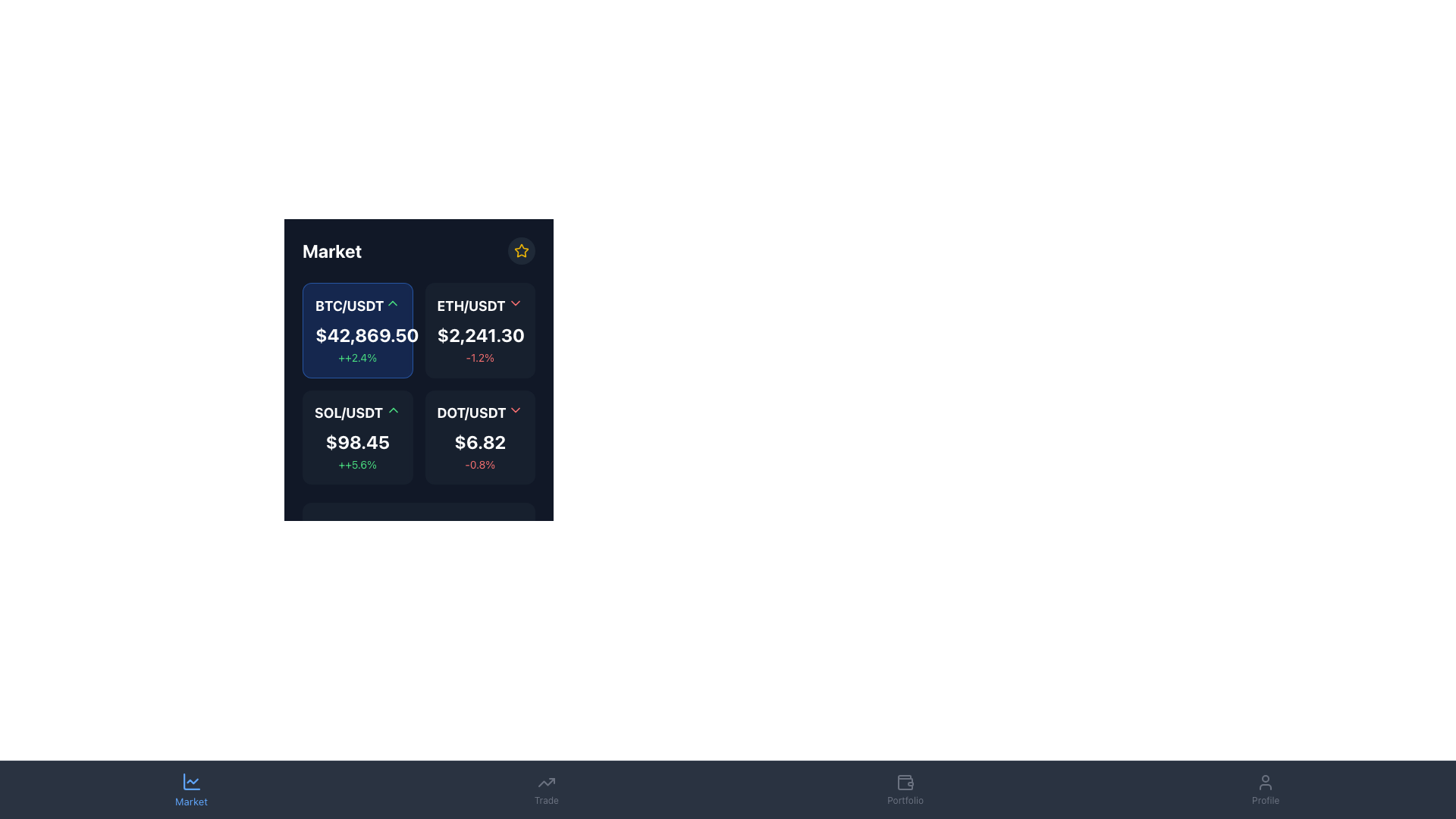  Describe the element at coordinates (479, 334) in the screenshot. I see `the text label displaying the monetary value '$2,241.30', which is positioned below the title 'ETH/USDT' and above a percentage change text in the upper-right quadrant of the currency pair's information card` at that location.